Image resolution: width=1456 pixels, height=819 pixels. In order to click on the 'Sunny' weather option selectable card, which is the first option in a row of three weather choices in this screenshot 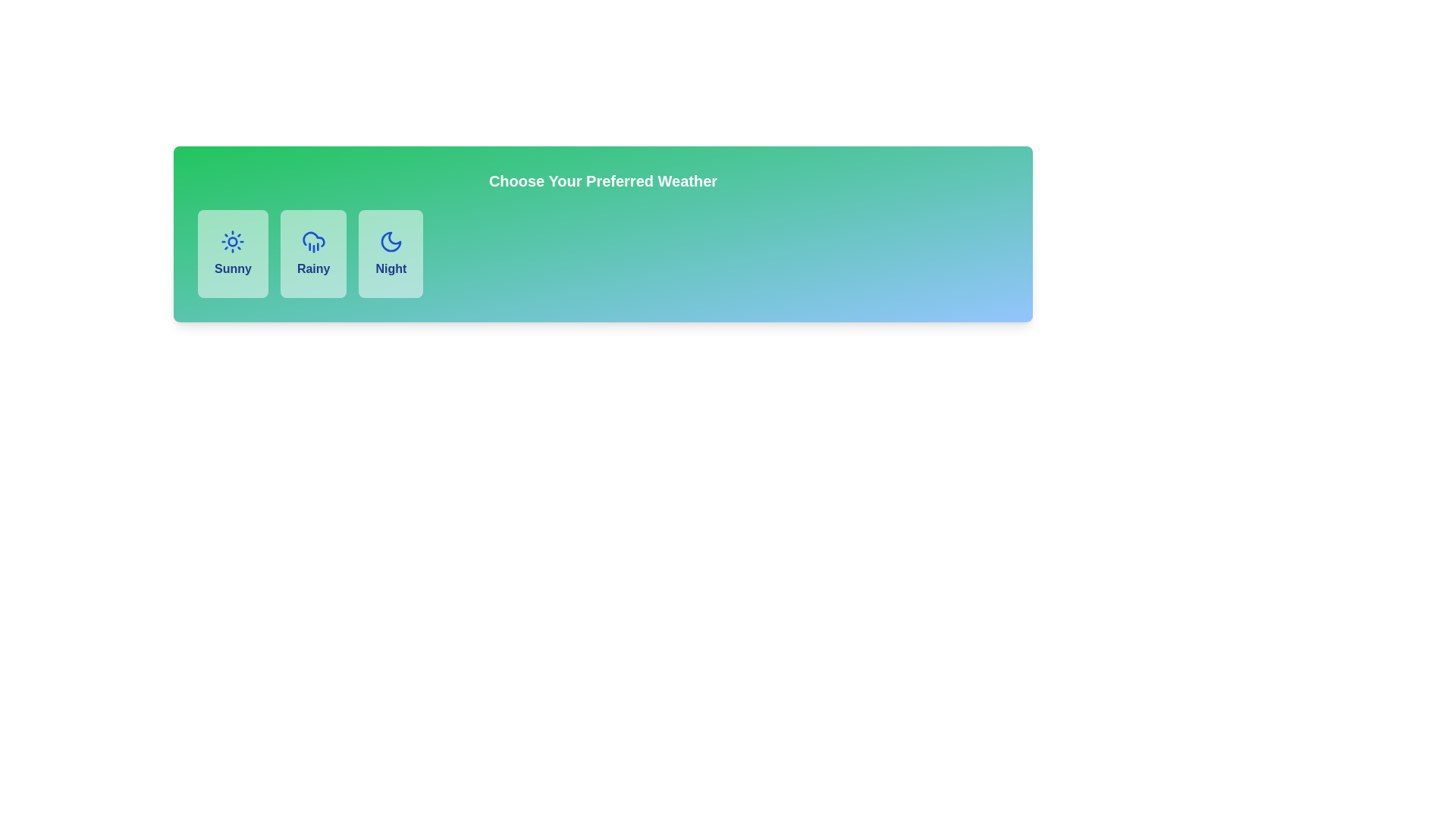, I will do `click(232, 253)`.